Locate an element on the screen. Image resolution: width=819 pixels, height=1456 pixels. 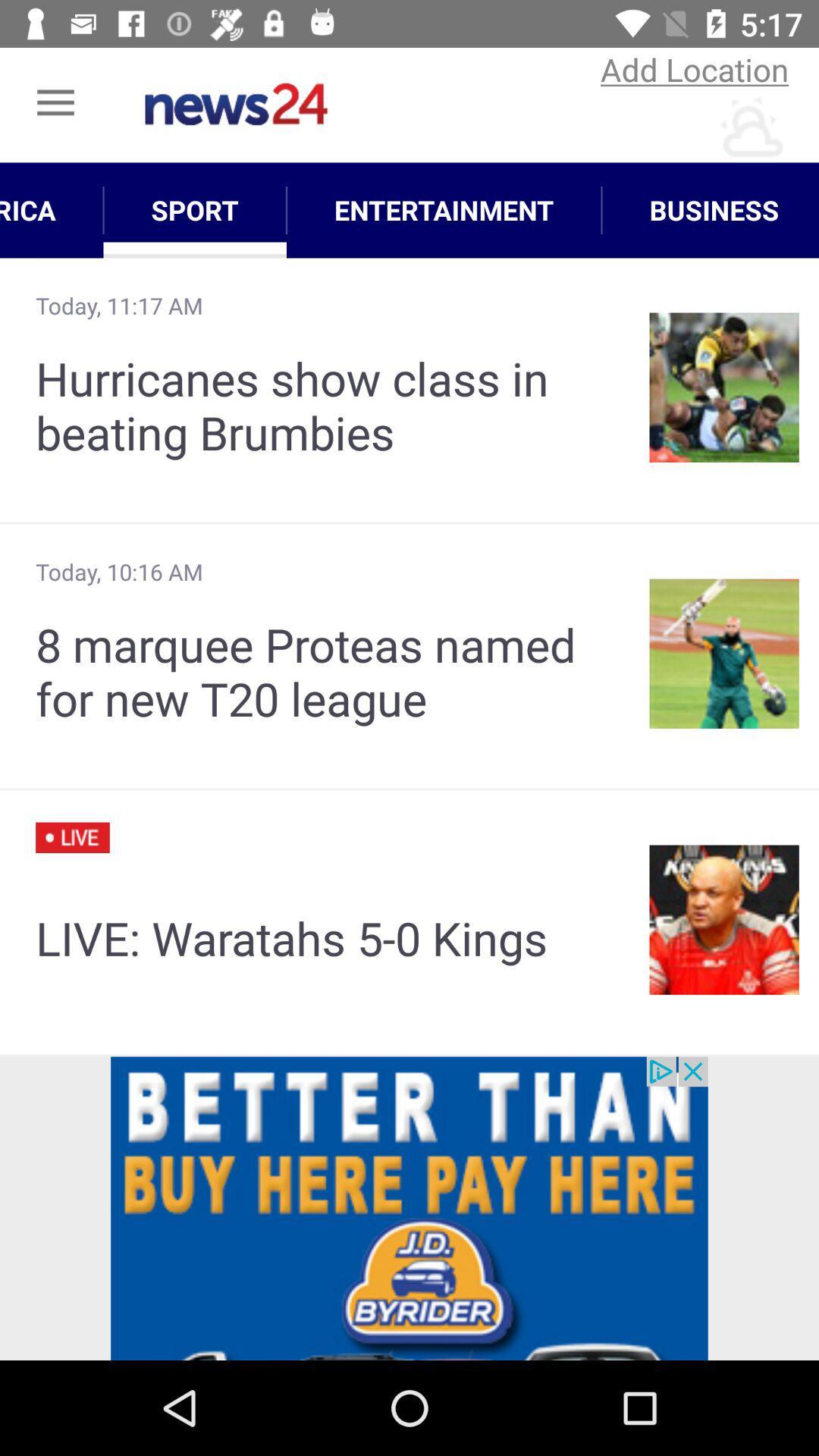
the option is located at coordinates (409, 1207).